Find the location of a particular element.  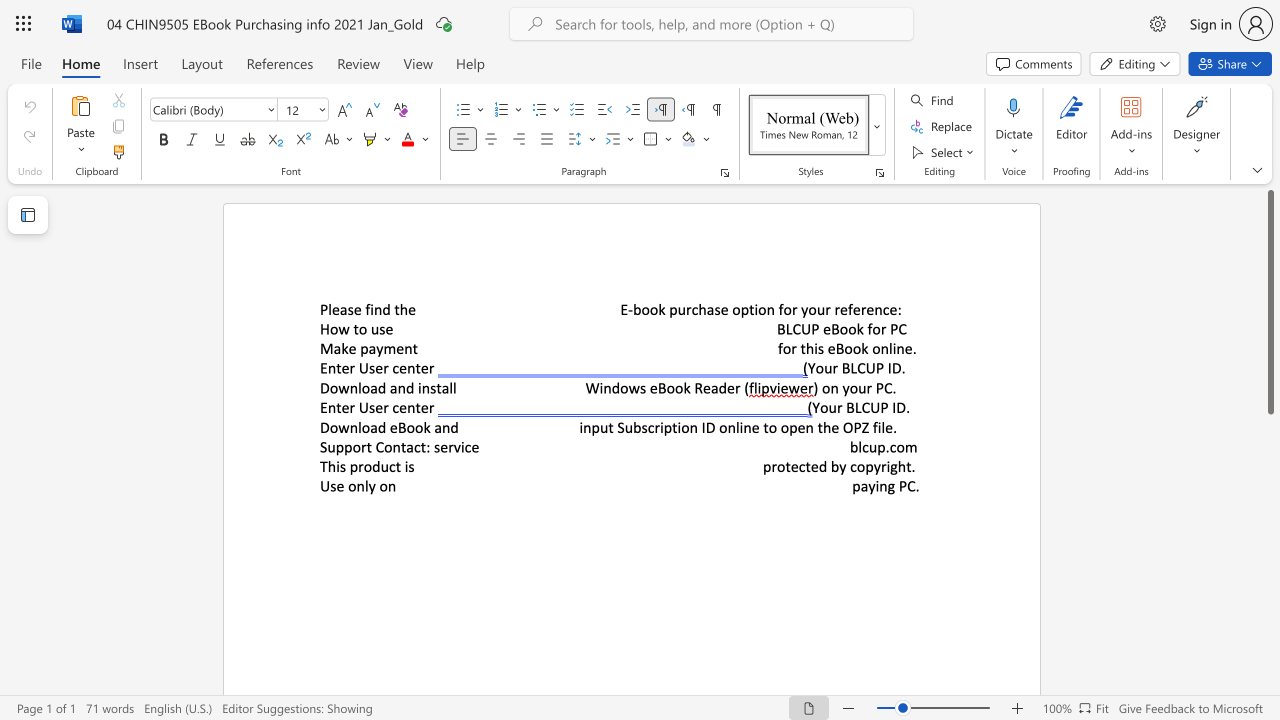

the 1th character "s" in the text is located at coordinates (382, 328).